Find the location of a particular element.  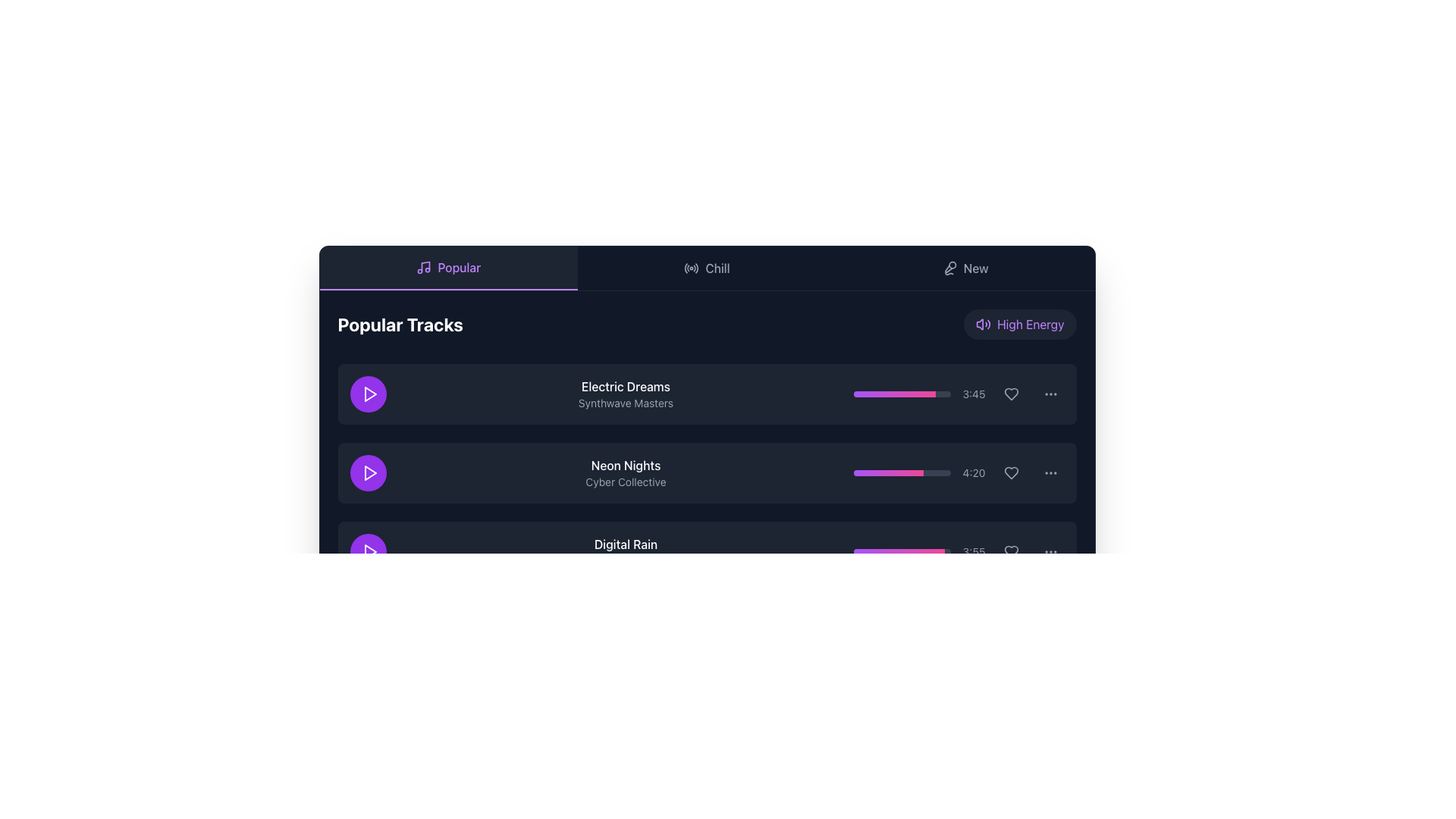

the text block element displaying 'Electric Dreams' and 'Synthwave Masters', which is centrally positioned in the popular tracks section, adjacent to a play button and duration indicator is located at coordinates (626, 394).